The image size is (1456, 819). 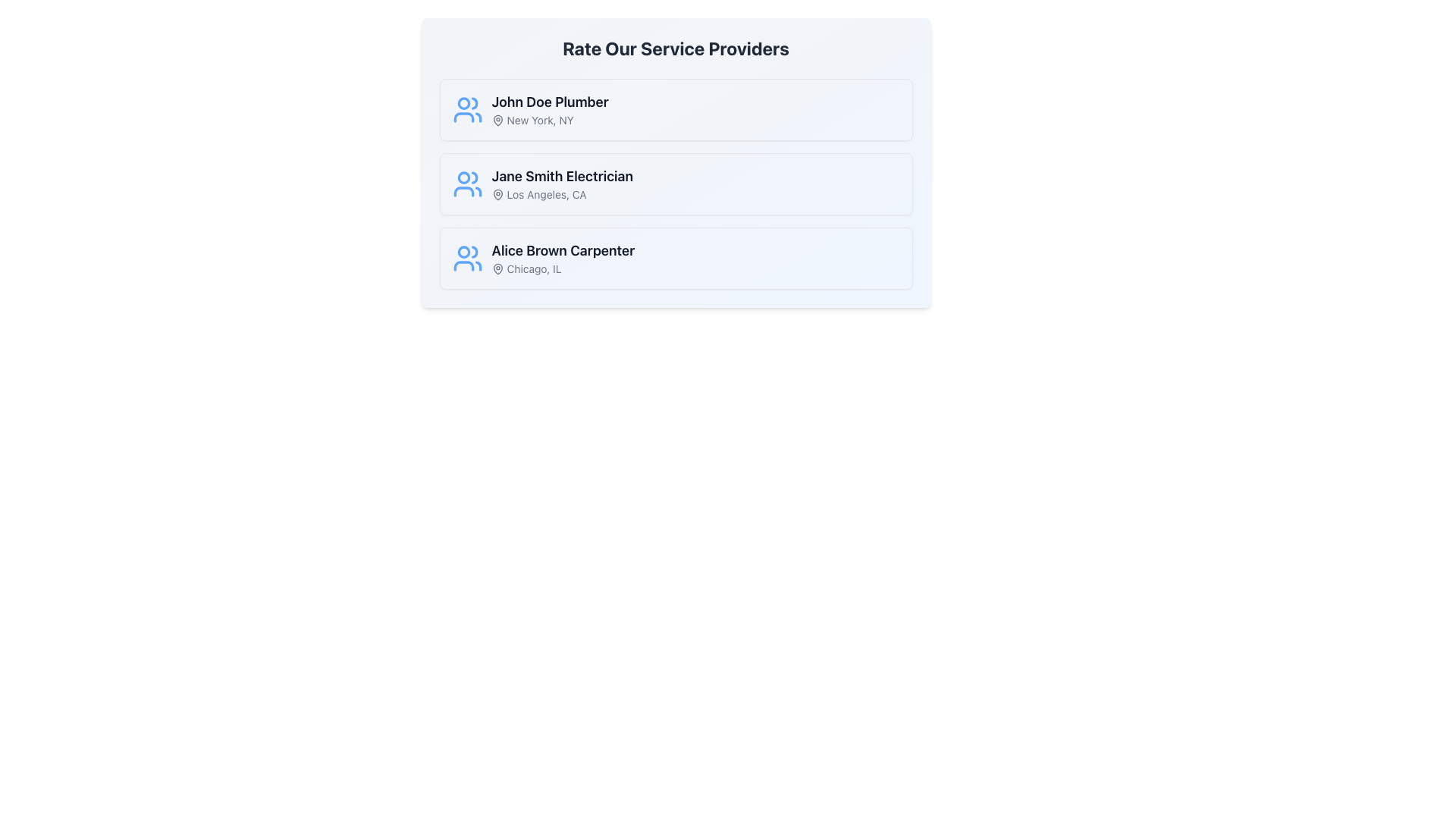 What do you see at coordinates (542, 184) in the screenshot?
I see `the second row in the 'Rate Our Service Providers' panel that displays the user's profile information including their name, profession, and location` at bounding box center [542, 184].